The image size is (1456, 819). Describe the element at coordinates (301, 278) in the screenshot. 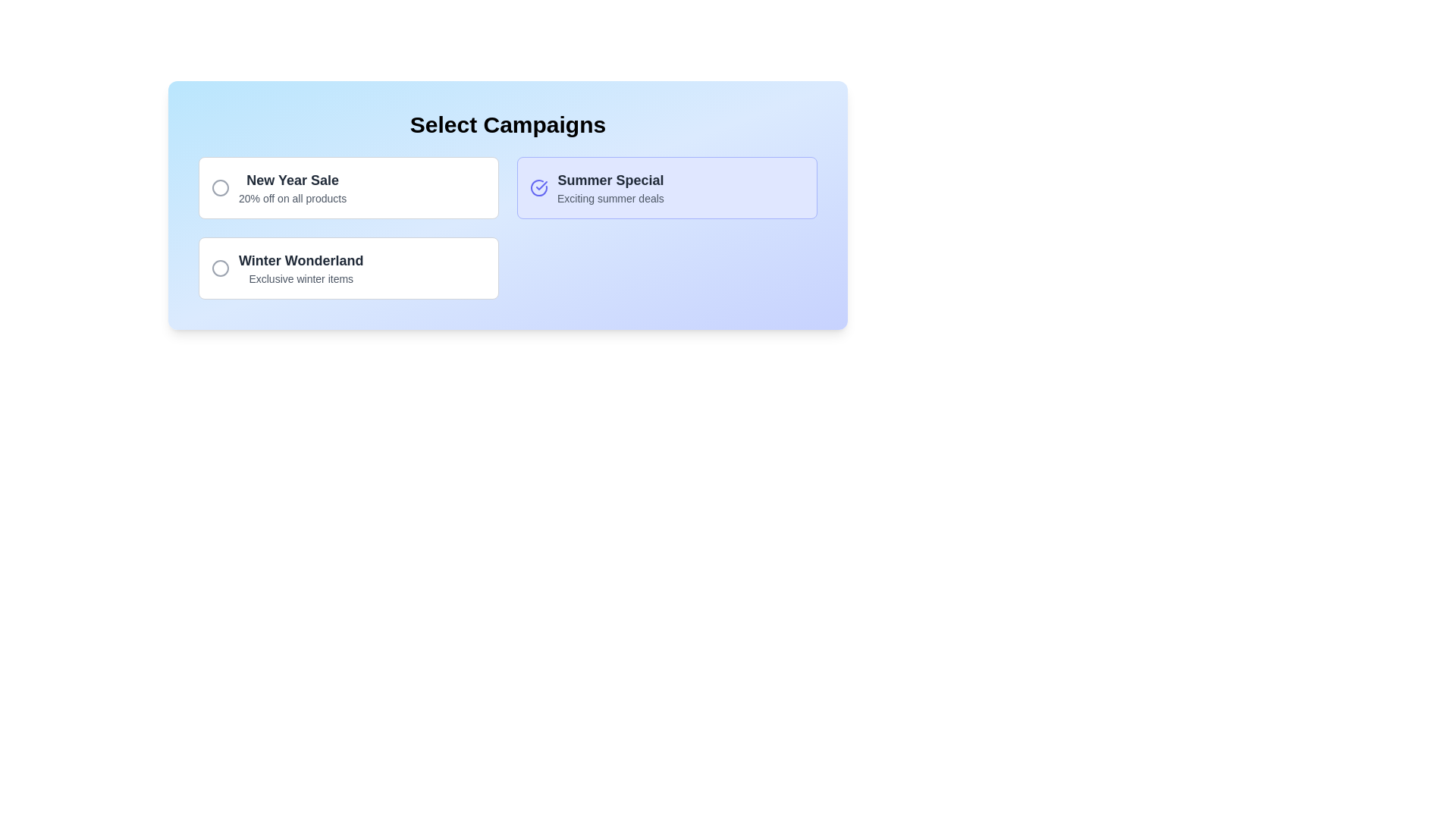

I see `the Text label that provides descriptive information about the 'Winter Wonderland' campaign, which is located below the main title text in the campaign selection interface` at that location.